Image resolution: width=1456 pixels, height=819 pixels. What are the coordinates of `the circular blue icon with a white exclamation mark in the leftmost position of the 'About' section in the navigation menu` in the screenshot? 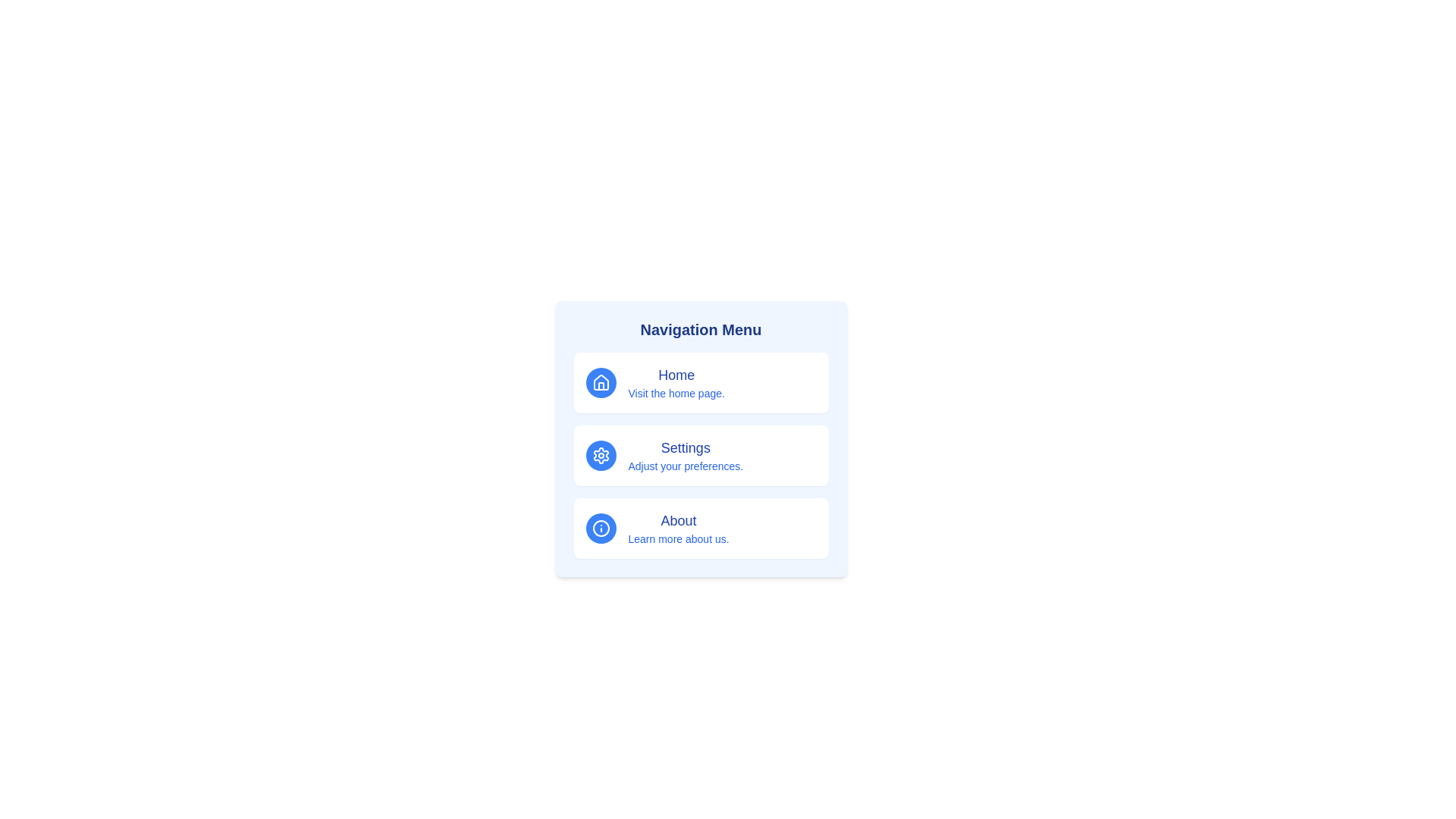 It's located at (600, 528).